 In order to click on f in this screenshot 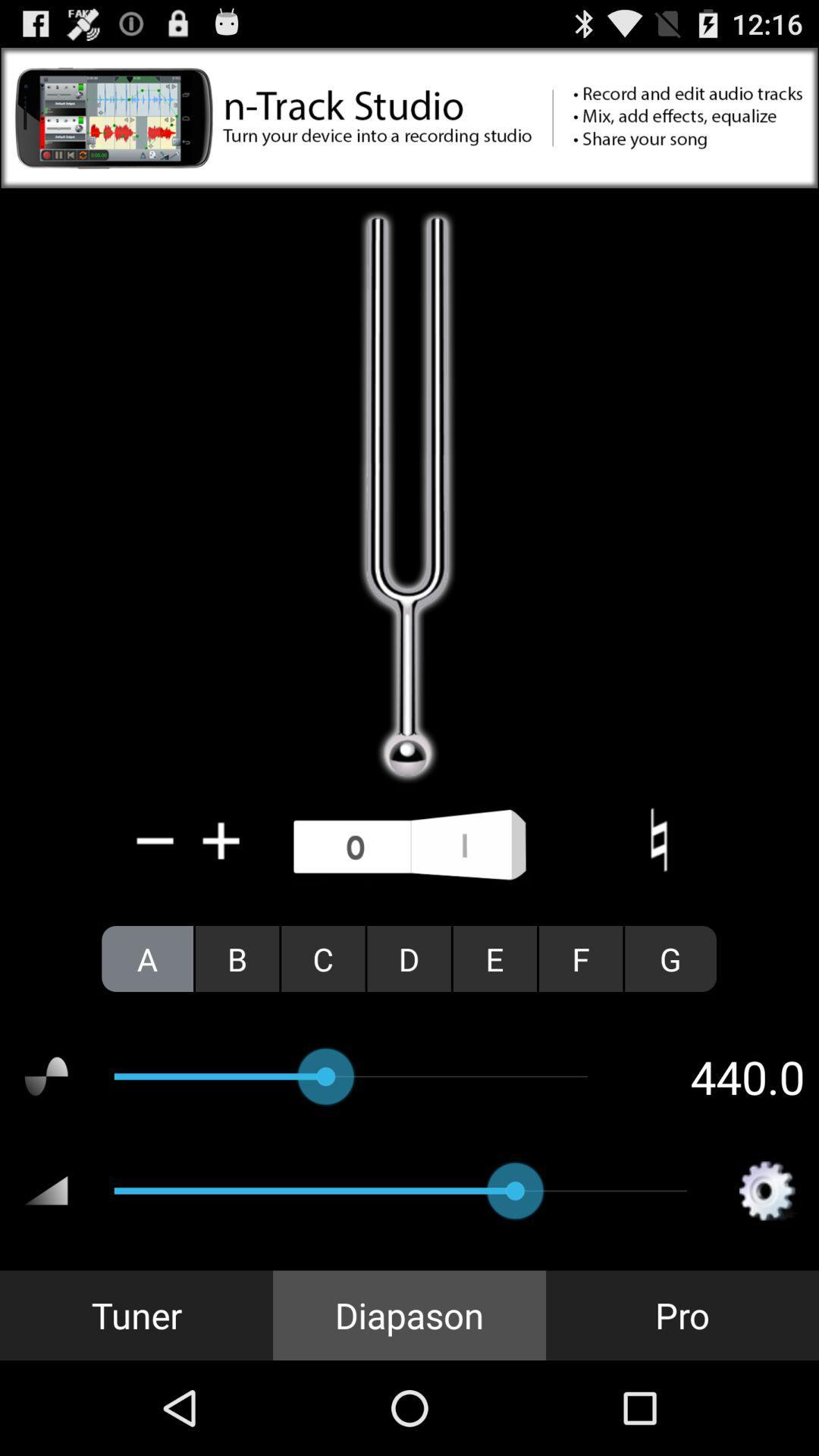, I will do `click(580, 958)`.